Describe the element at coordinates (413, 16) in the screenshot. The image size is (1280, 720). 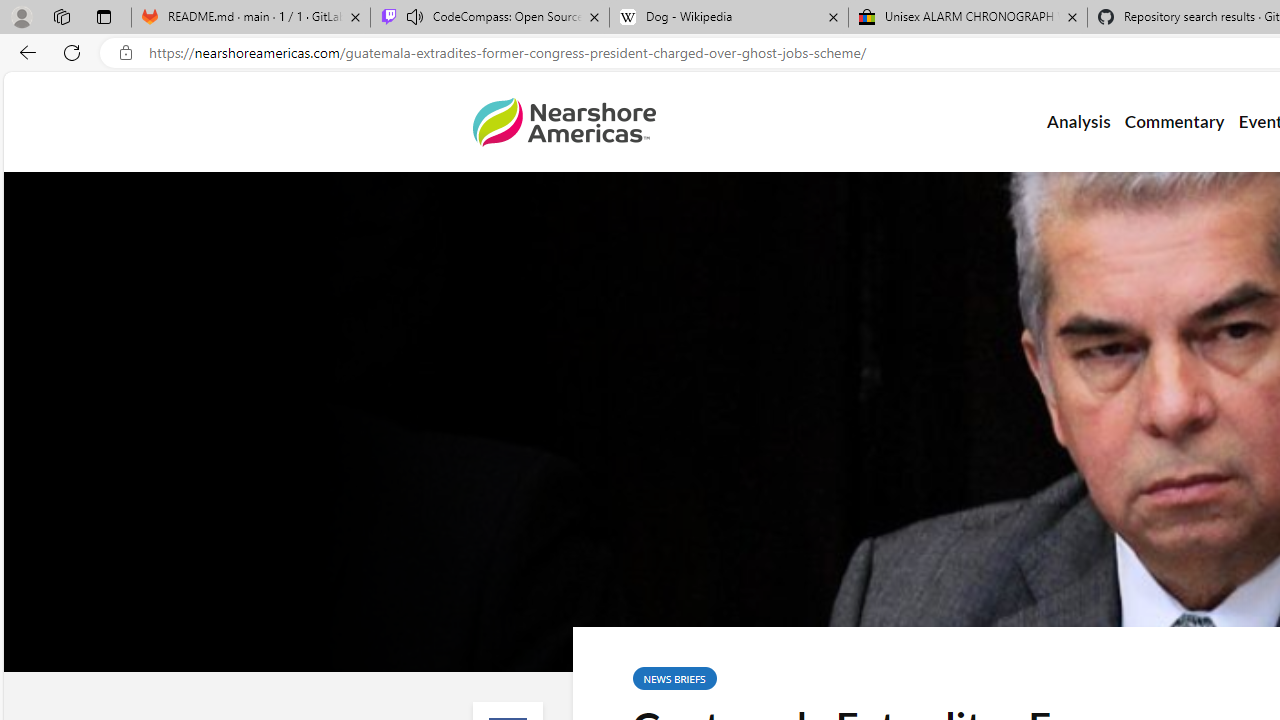
I see `'Mute tab'` at that location.